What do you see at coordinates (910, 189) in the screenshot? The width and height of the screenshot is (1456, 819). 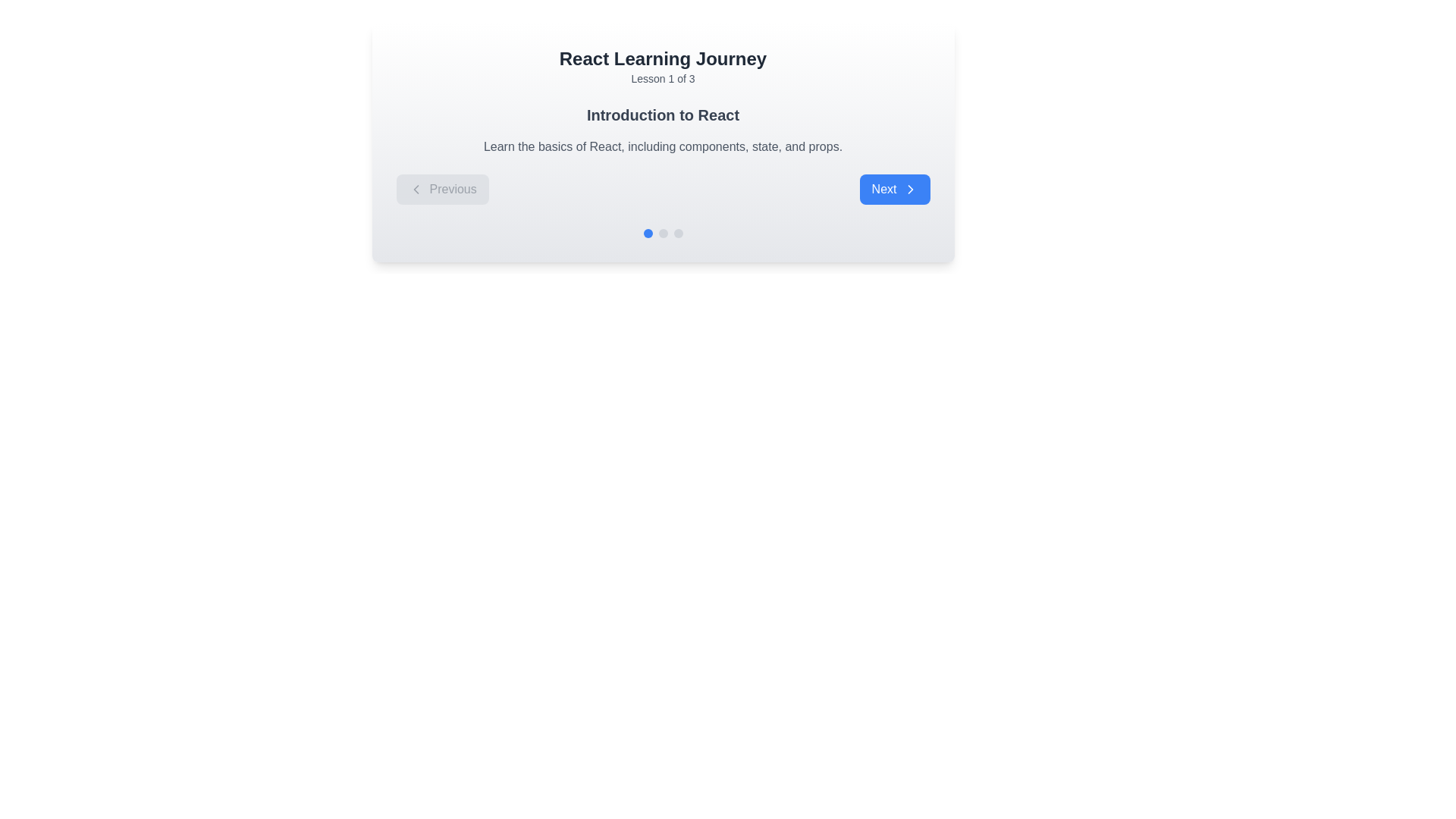 I see `the 'Next' action icon located at the right side of the 'Next' button in the bottom-right corner of the card-like component` at bounding box center [910, 189].